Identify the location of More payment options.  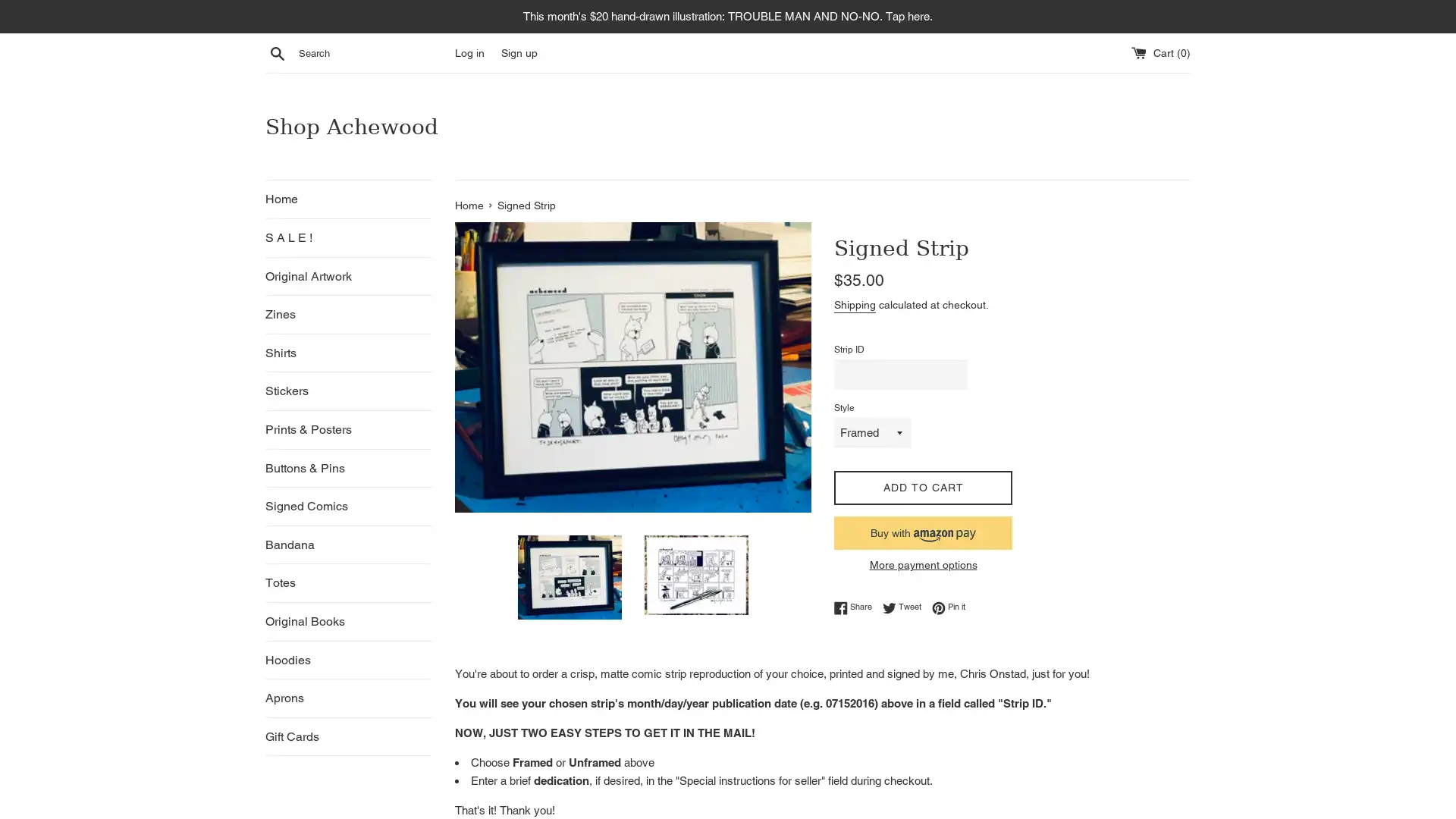
(922, 564).